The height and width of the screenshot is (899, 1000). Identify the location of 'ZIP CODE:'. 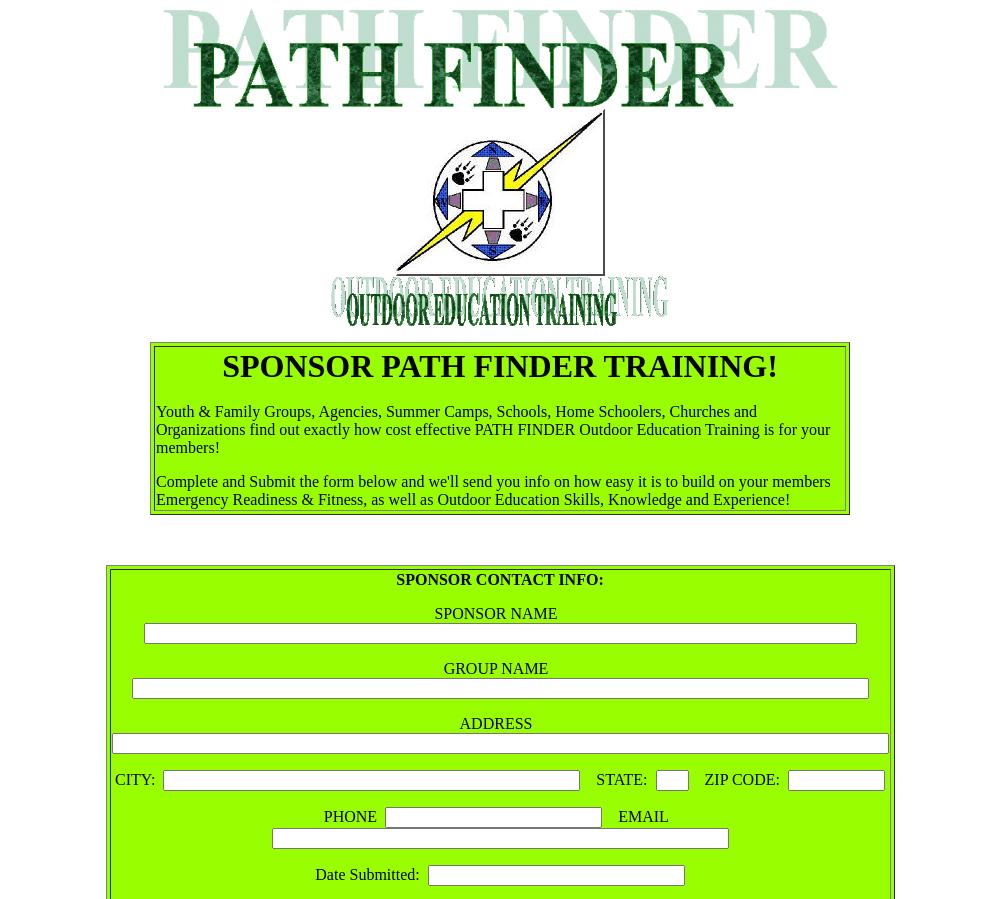
(744, 779).